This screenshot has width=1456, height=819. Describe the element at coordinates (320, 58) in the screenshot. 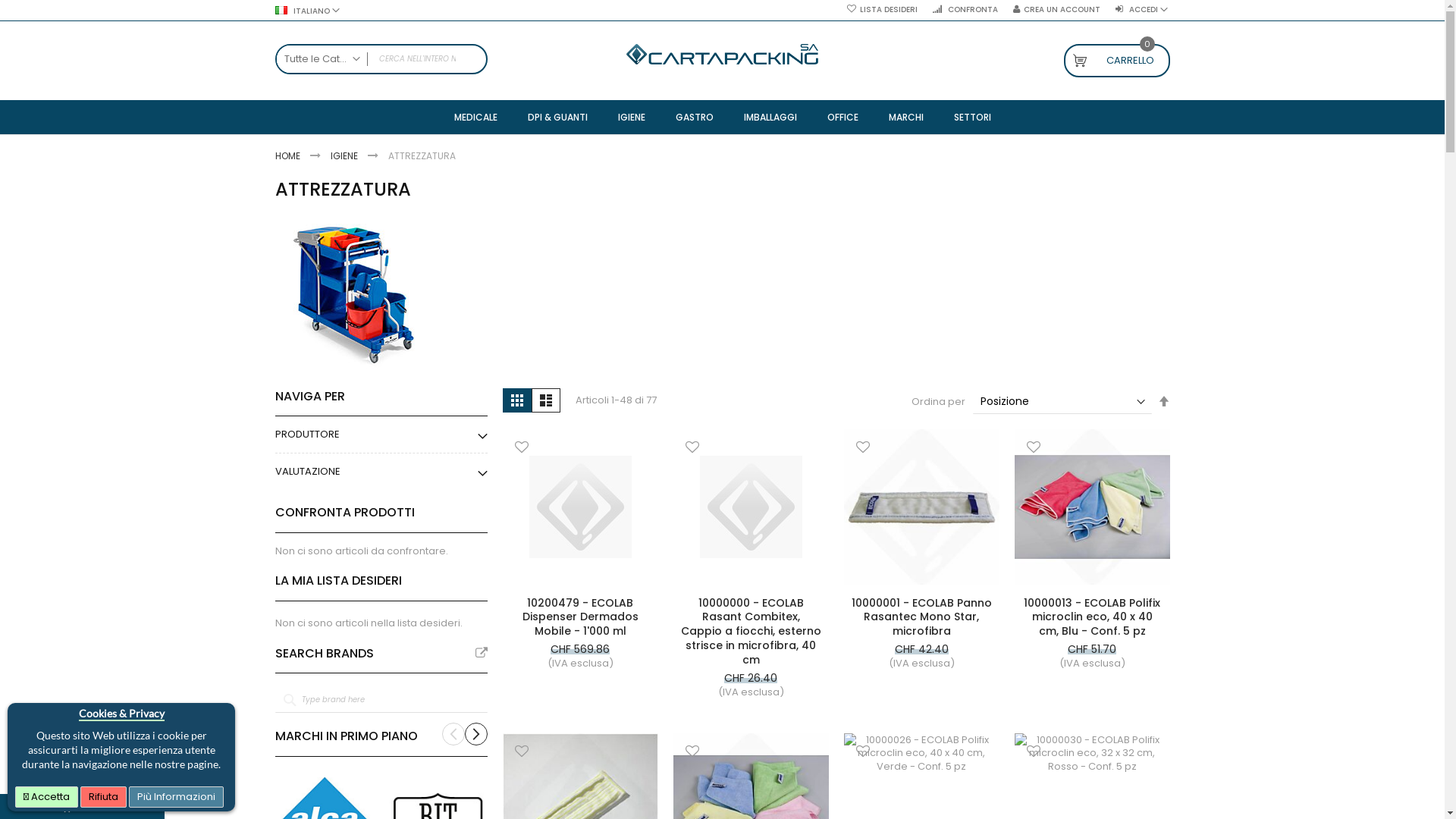

I see `'Tutte le Categorie'` at that location.